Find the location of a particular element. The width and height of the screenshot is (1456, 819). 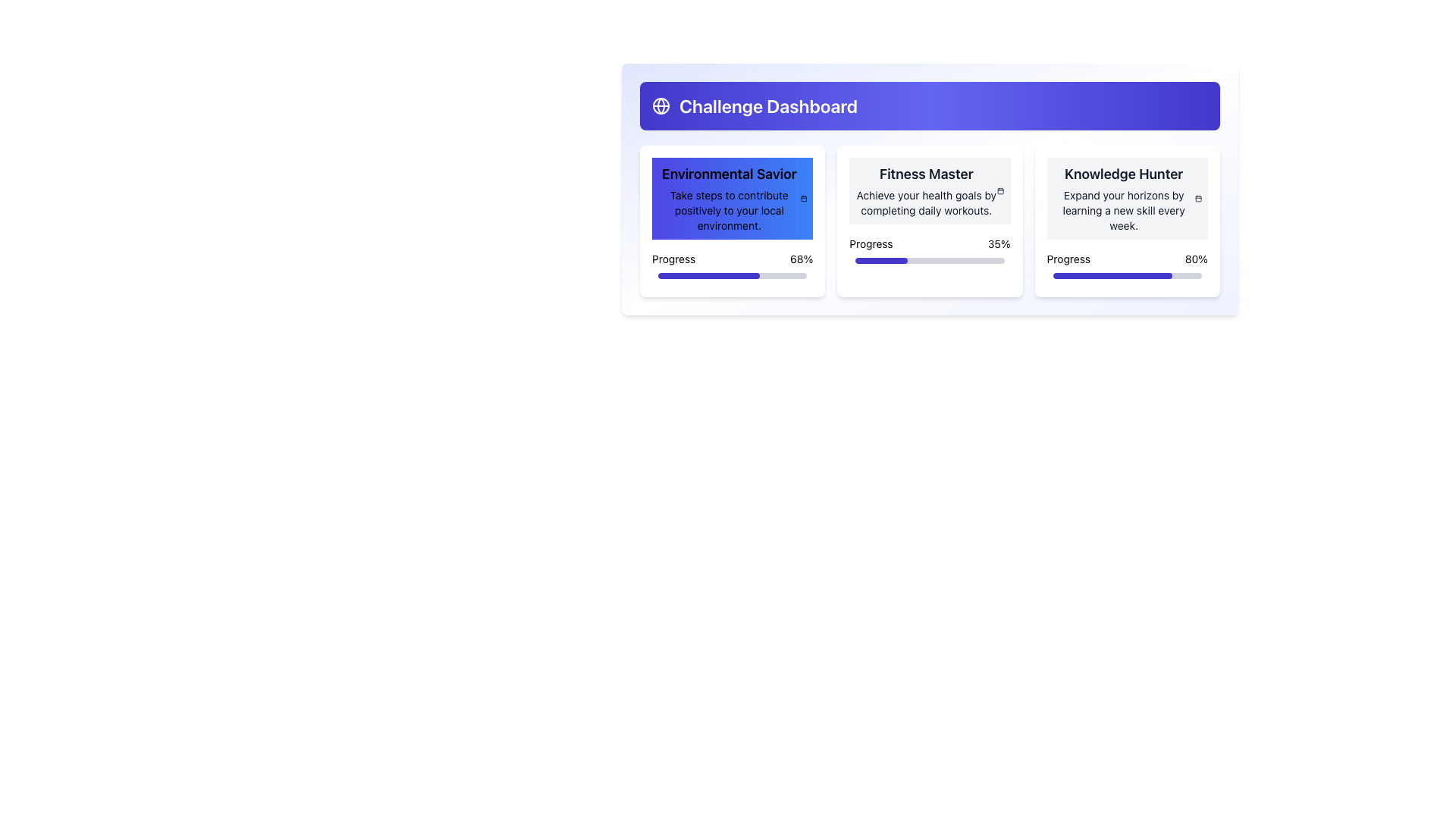

the middle curved line component of the globe icon within the SVG graphic, which has a thin, uniform stroke and forms a symmetrical parabolic curve is located at coordinates (661, 105).